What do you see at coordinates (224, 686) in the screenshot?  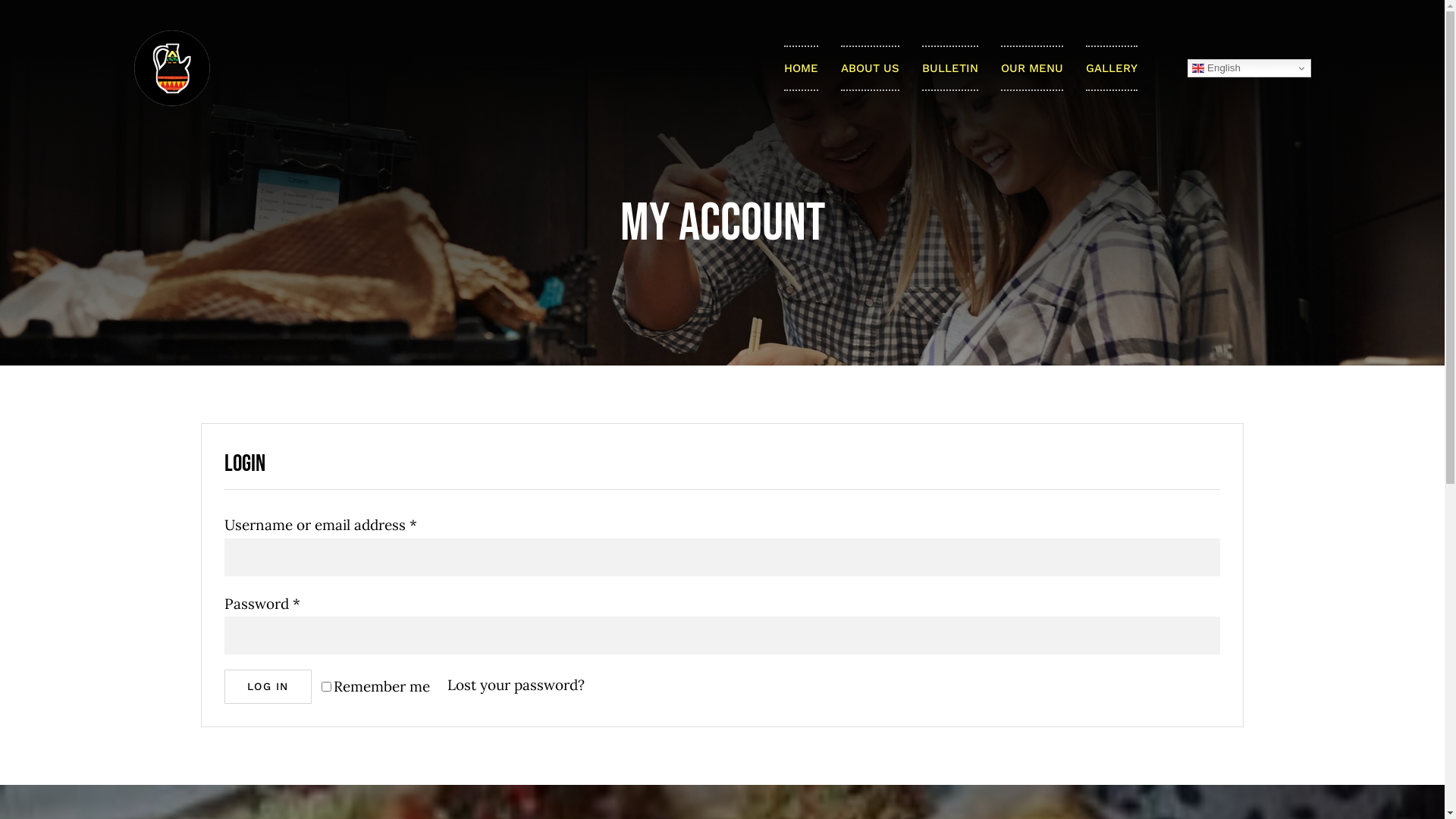 I see `'LOG IN'` at bounding box center [224, 686].